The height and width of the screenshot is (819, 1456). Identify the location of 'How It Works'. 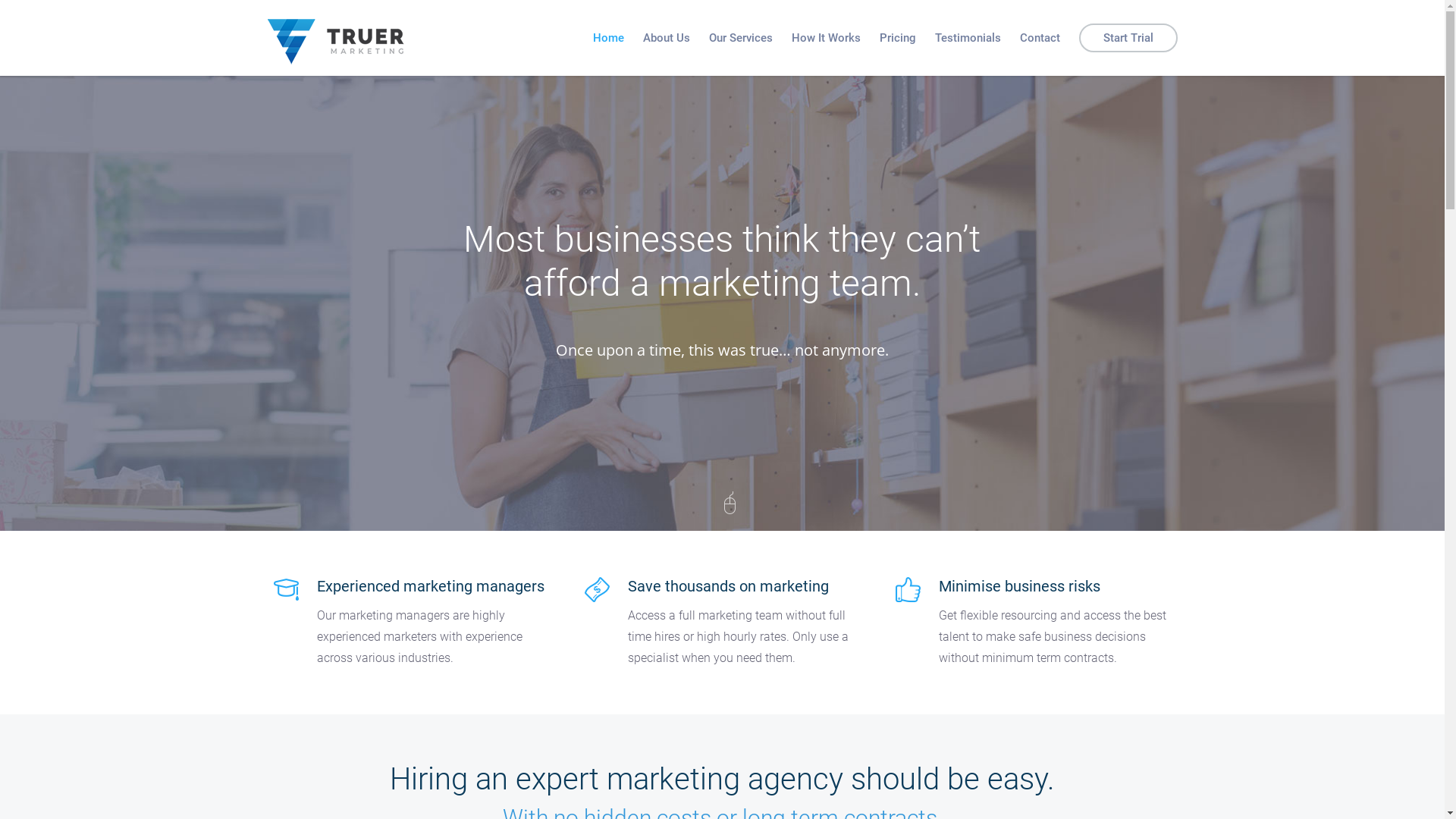
(825, 37).